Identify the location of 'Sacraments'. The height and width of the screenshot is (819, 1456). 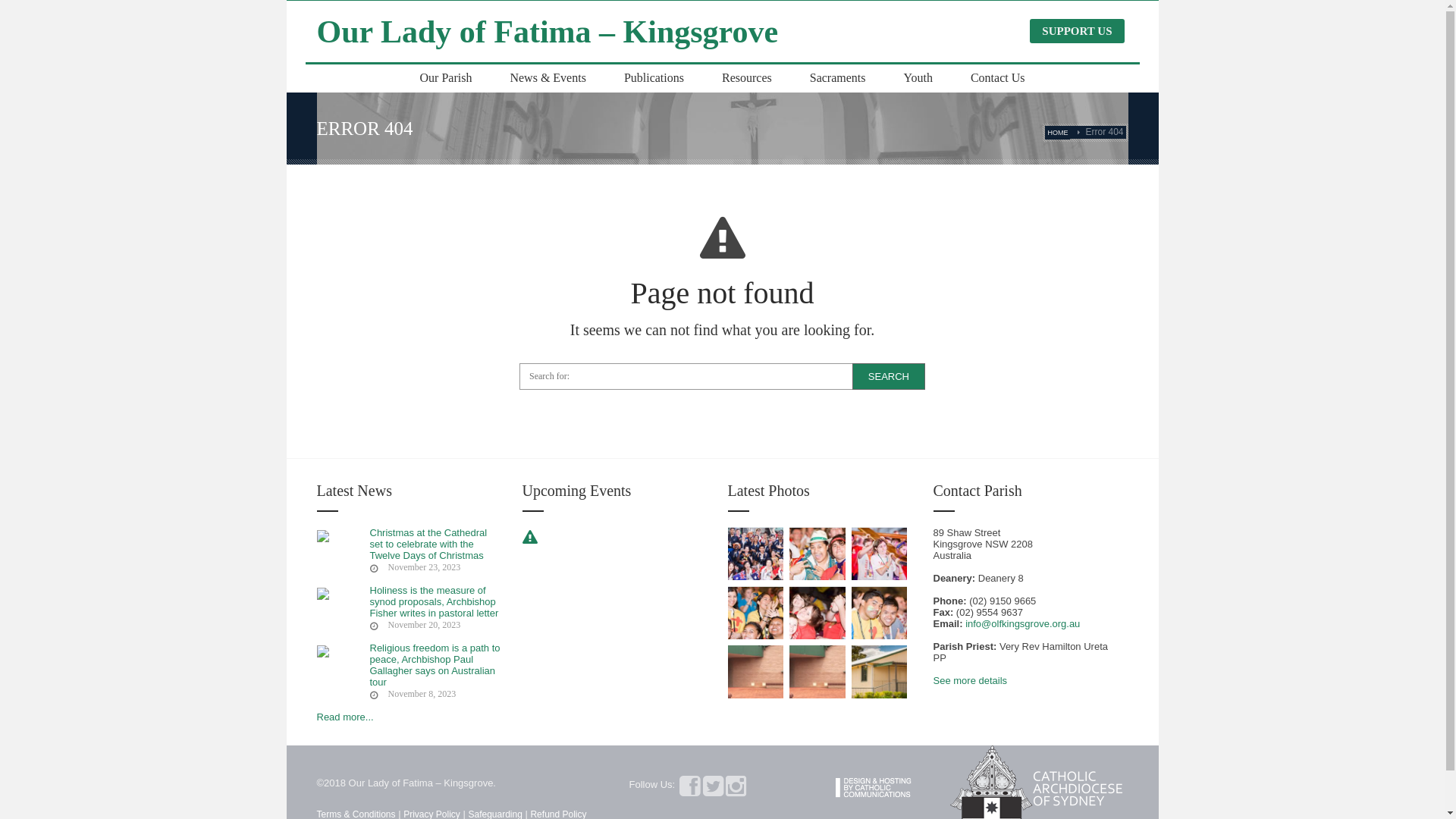
(836, 78).